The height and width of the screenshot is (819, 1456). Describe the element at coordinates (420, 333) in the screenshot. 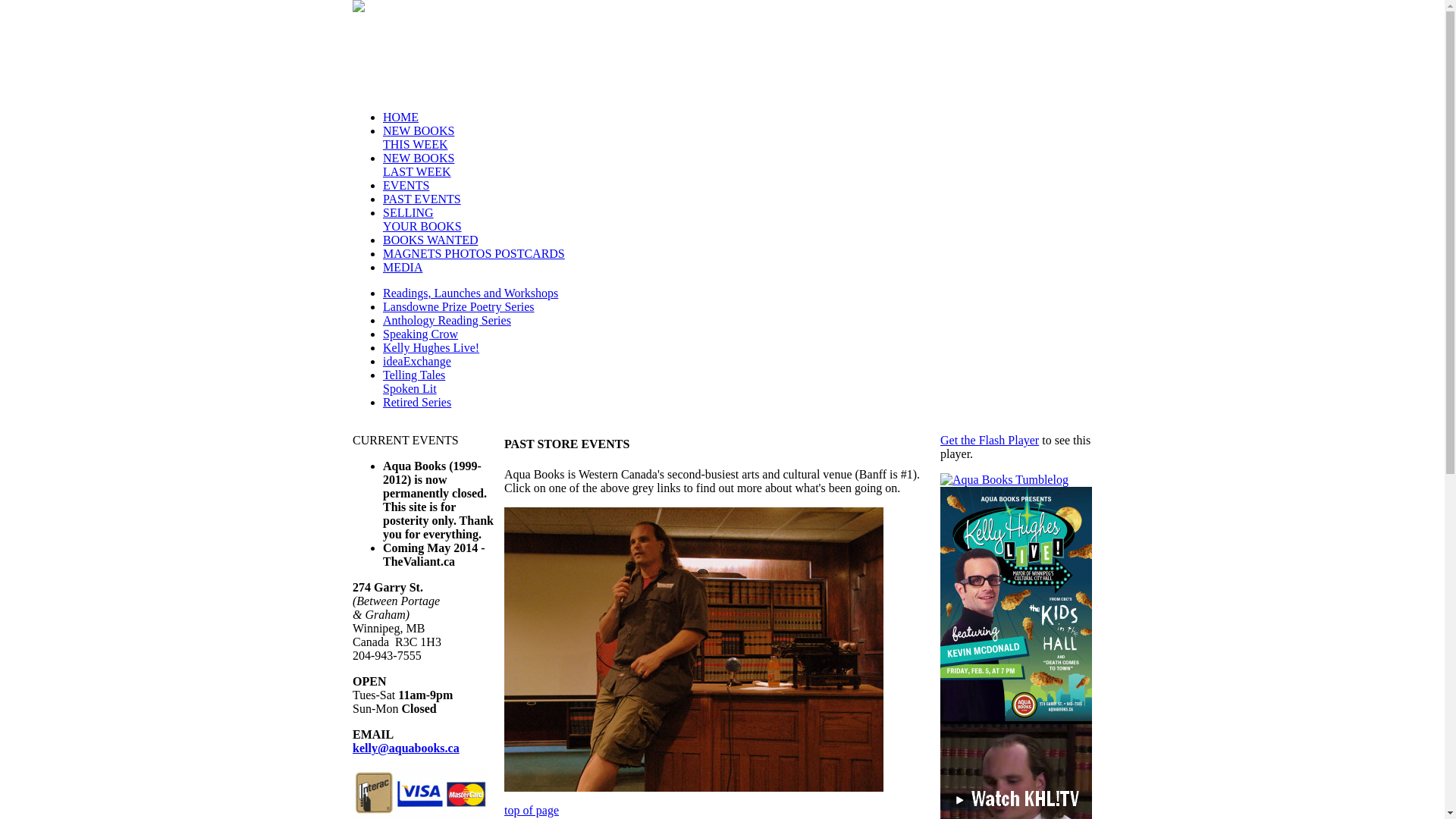

I see `'Speaking Crow'` at that location.